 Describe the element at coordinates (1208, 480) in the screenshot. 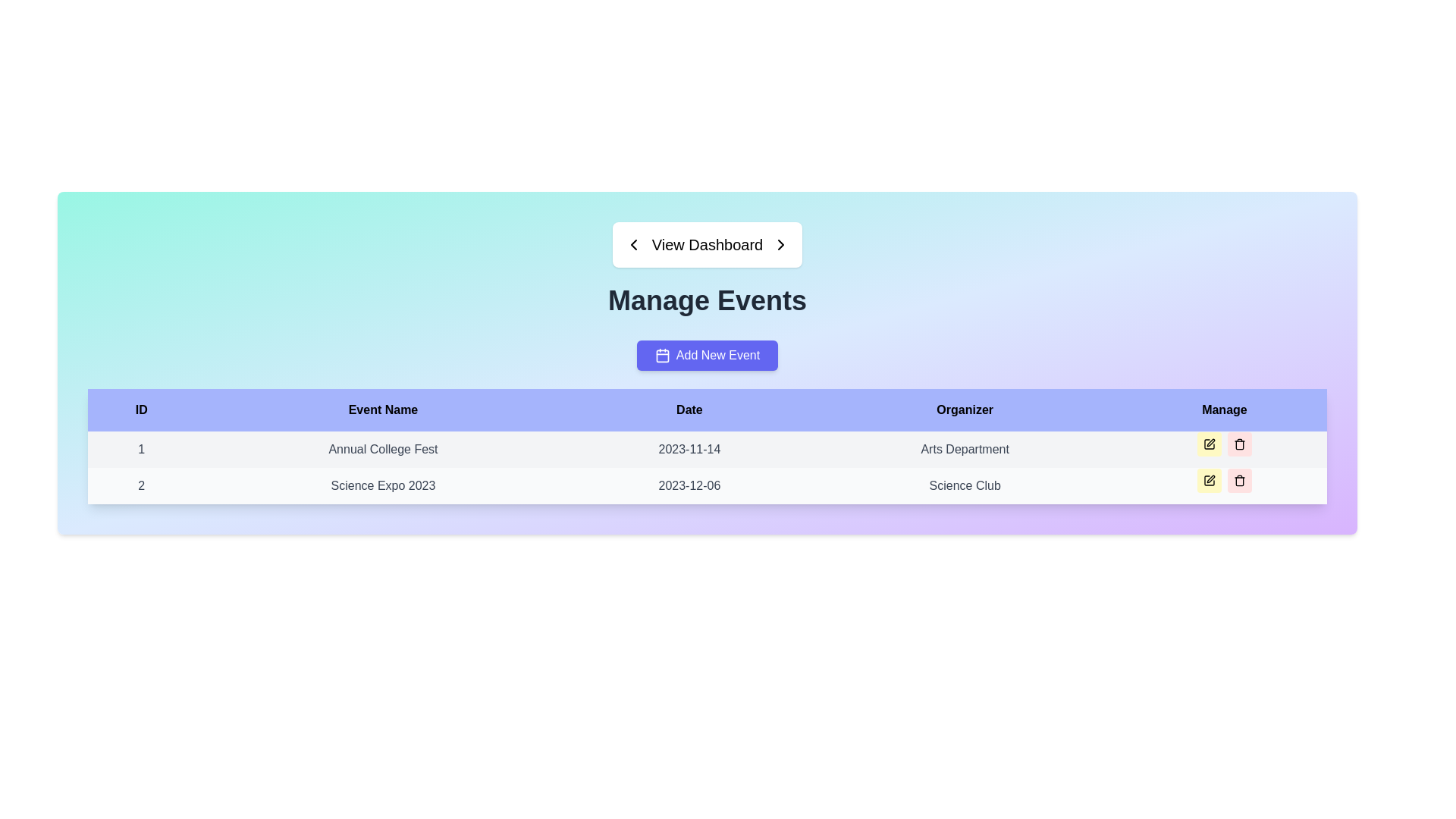

I see `the 'Edit' icon button located in the second row of the 'Manage' column` at that location.